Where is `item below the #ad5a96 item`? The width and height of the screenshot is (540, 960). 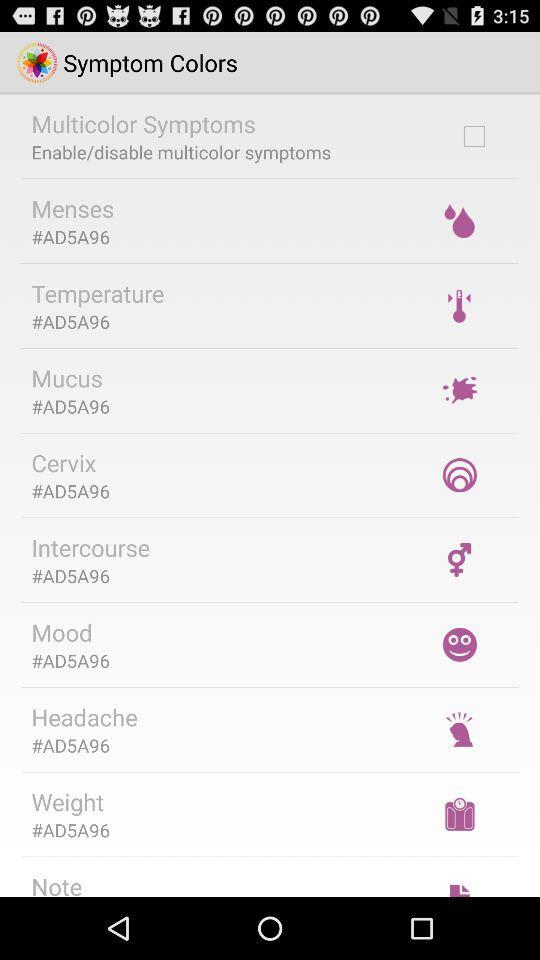
item below the #ad5a96 item is located at coordinates (56, 882).